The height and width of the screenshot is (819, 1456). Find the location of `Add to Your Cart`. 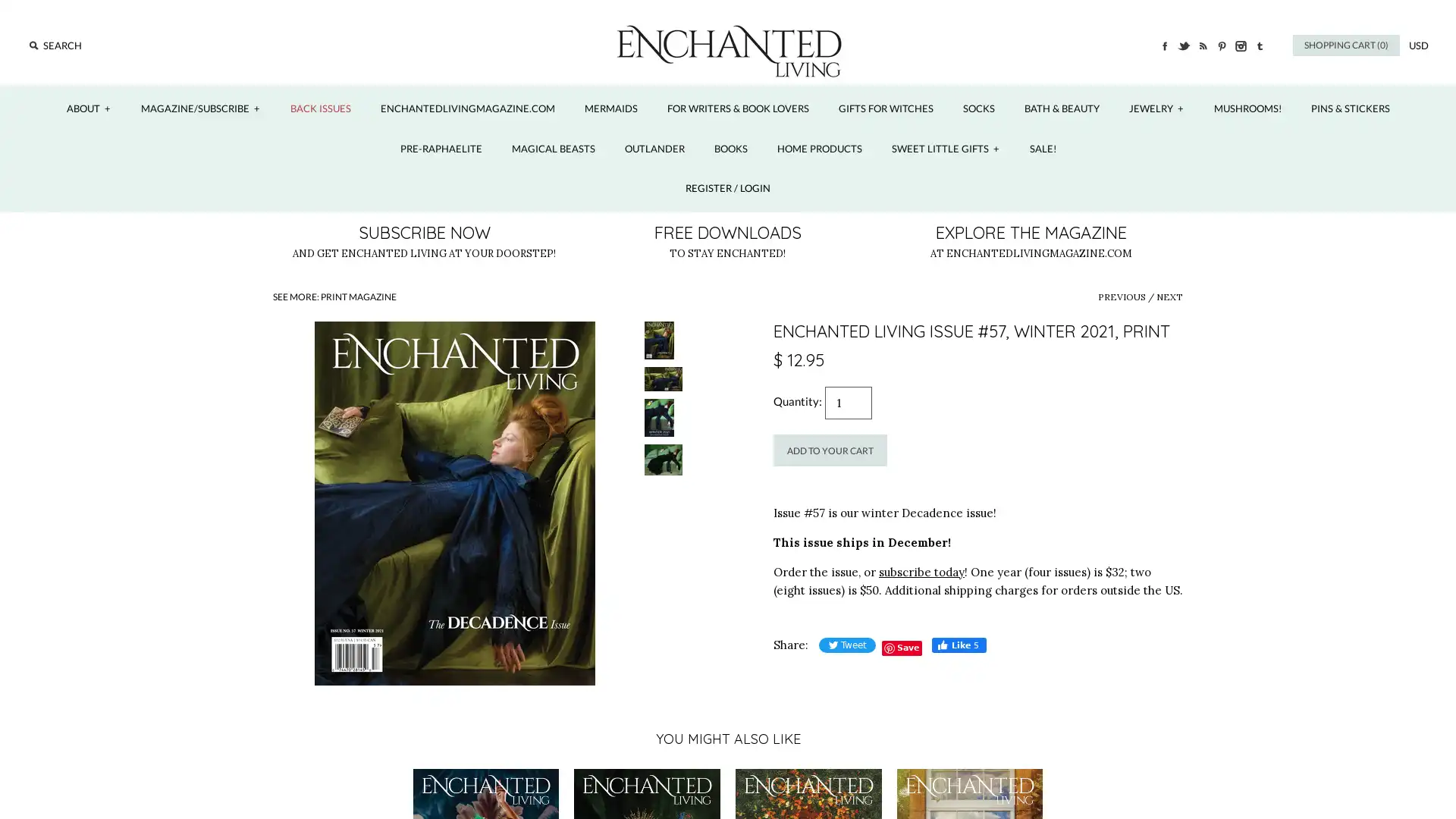

Add to Your Cart is located at coordinates (829, 450).